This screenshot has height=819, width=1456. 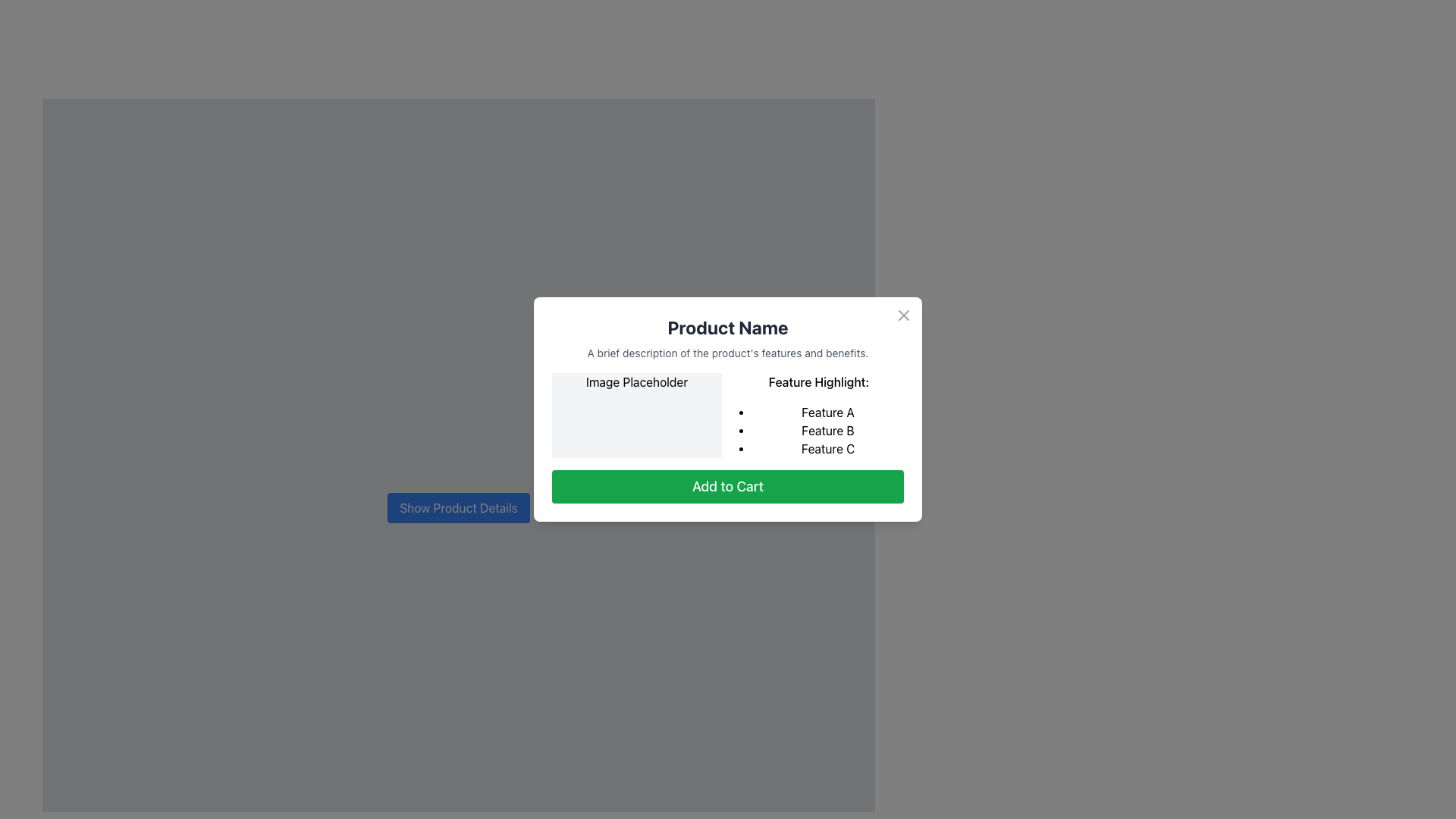 What do you see at coordinates (827, 412) in the screenshot?
I see `text of the first item in the bulleted list, labeled 'Feature A', located under the 'Feature Highlight' section in the modal dialog` at bounding box center [827, 412].